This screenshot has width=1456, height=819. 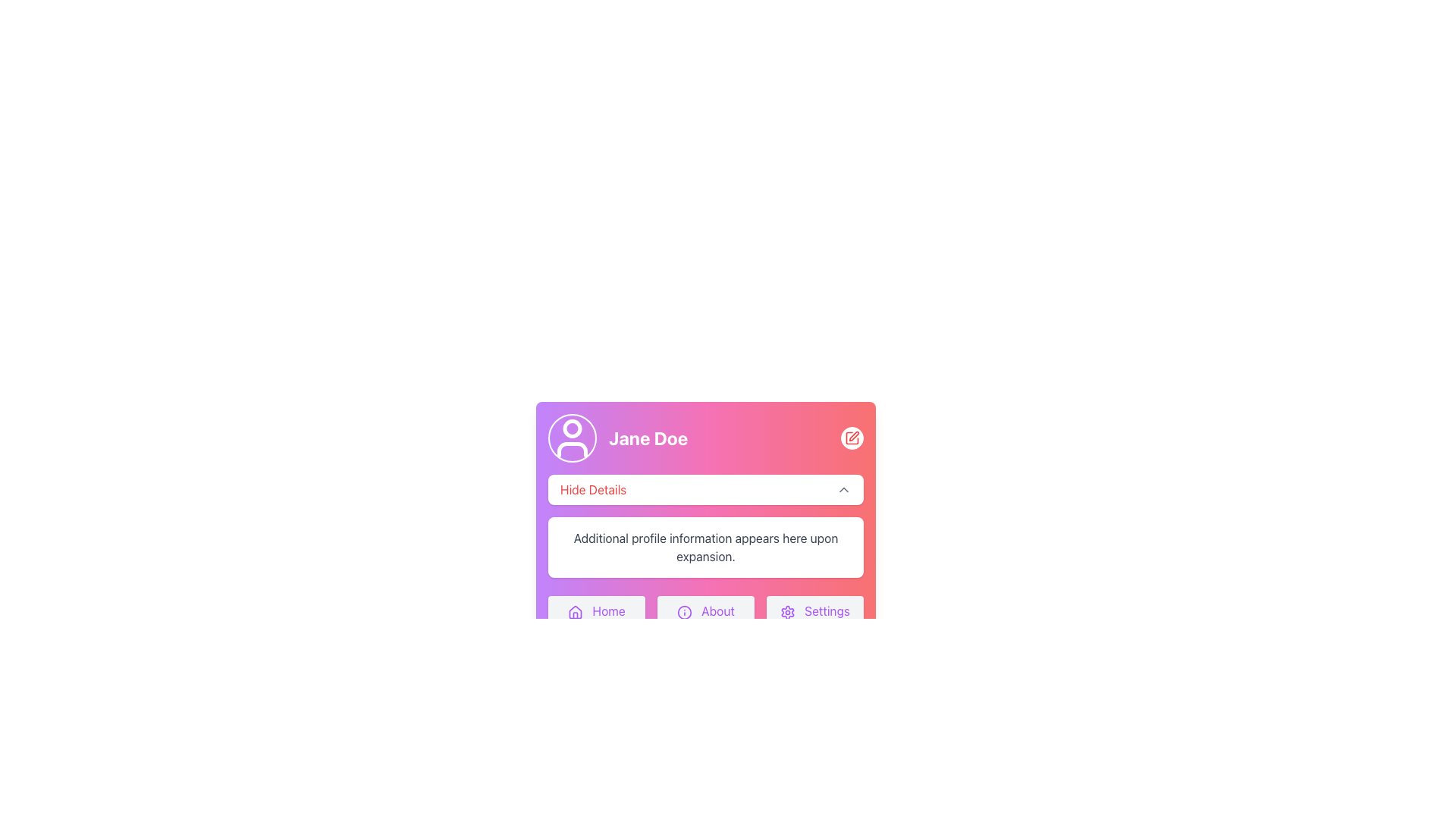 What do you see at coordinates (571, 428) in the screenshot?
I see `the head portion of the user avatar icon` at bounding box center [571, 428].